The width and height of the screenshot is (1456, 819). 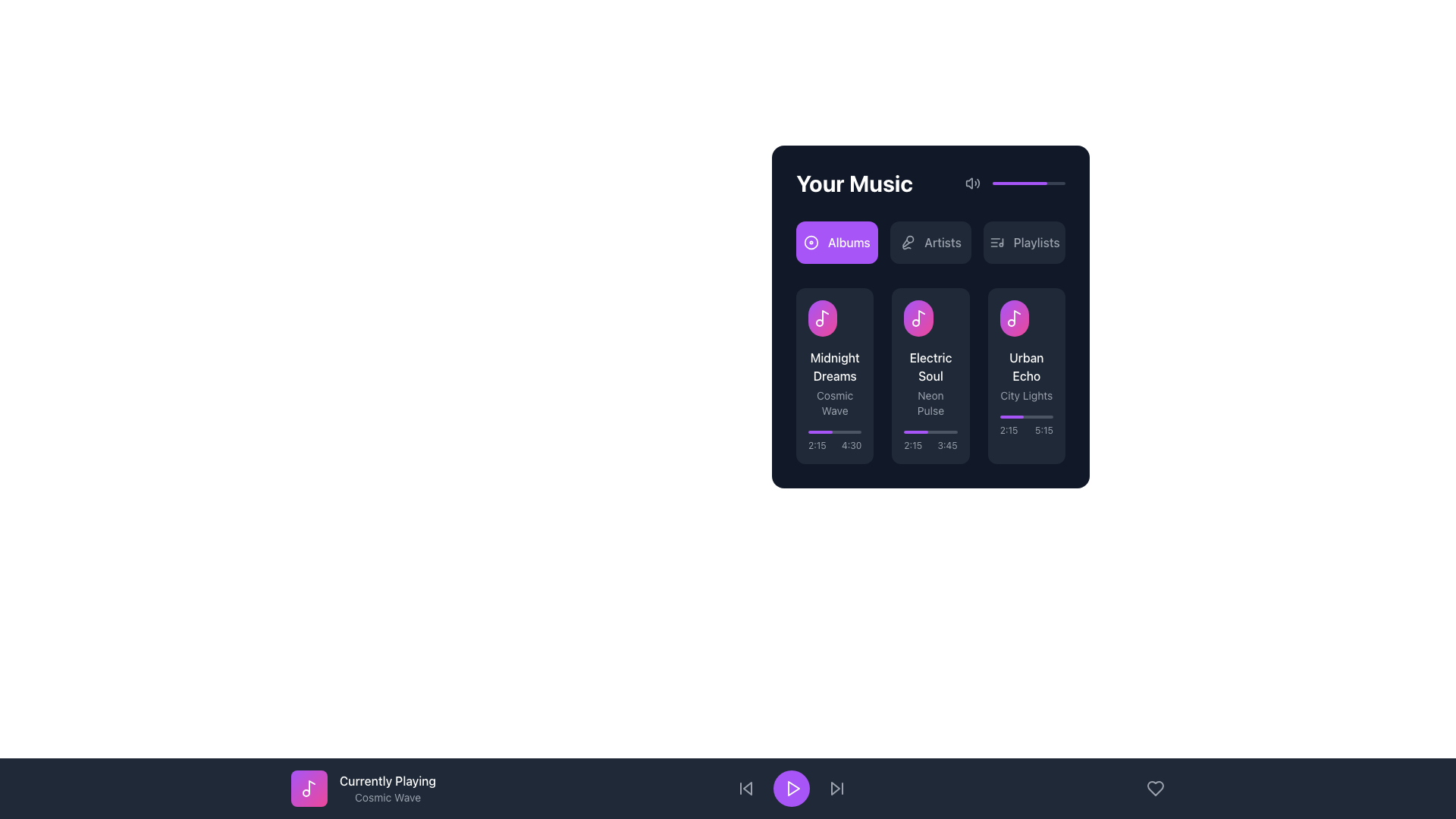 What do you see at coordinates (822, 318) in the screenshot?
I see `the album icon button representing 'Midnight Dreams' in the 'Your Music' interface, located in the first column of album cards` at bounding box center [822, 318].